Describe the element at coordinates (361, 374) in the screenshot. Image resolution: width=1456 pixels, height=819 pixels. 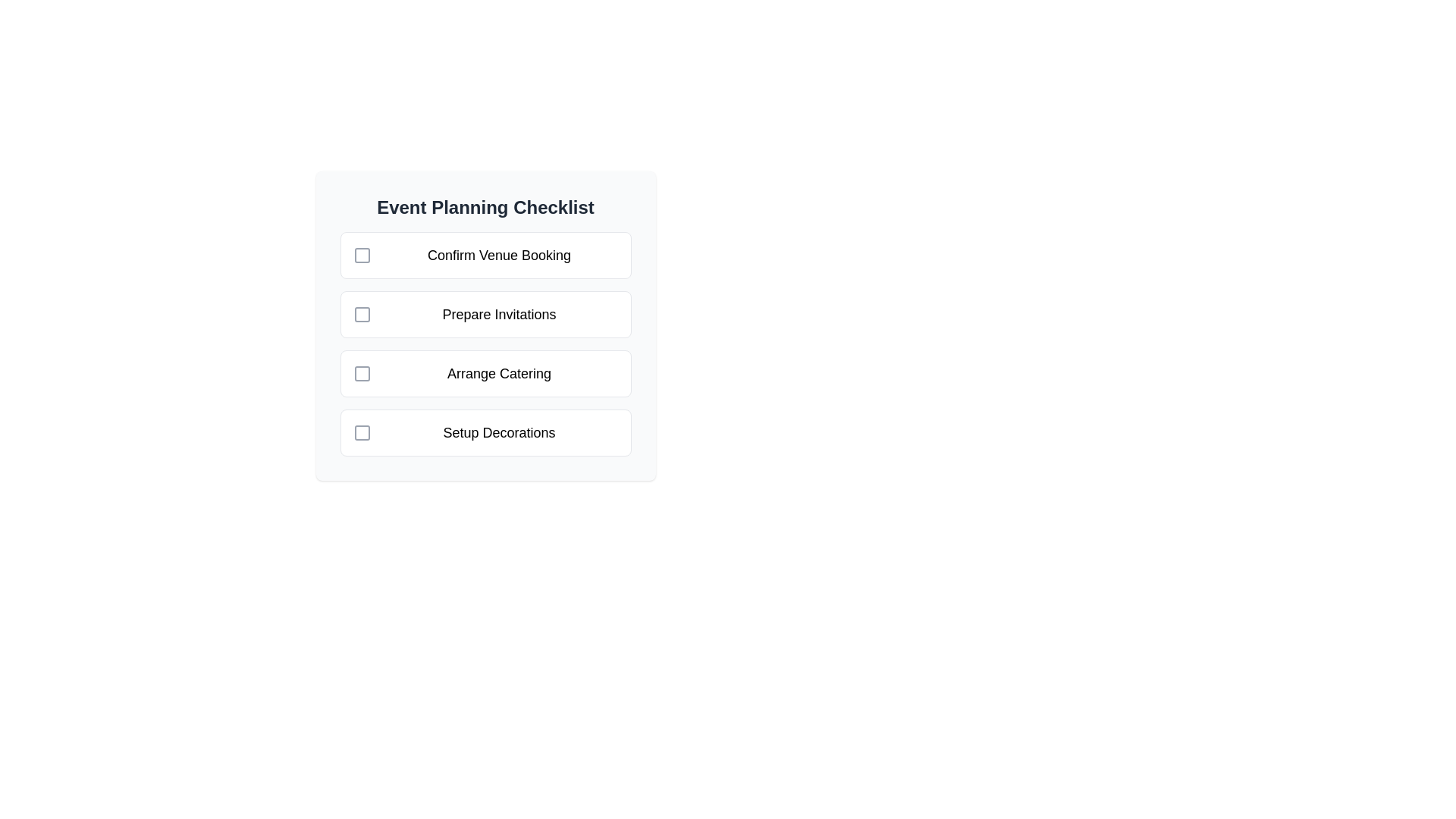
I see `the interactive checkbox for the 'Arrange Catering' task in the Event Planning Checklist to trigger the hover effect` at that location.